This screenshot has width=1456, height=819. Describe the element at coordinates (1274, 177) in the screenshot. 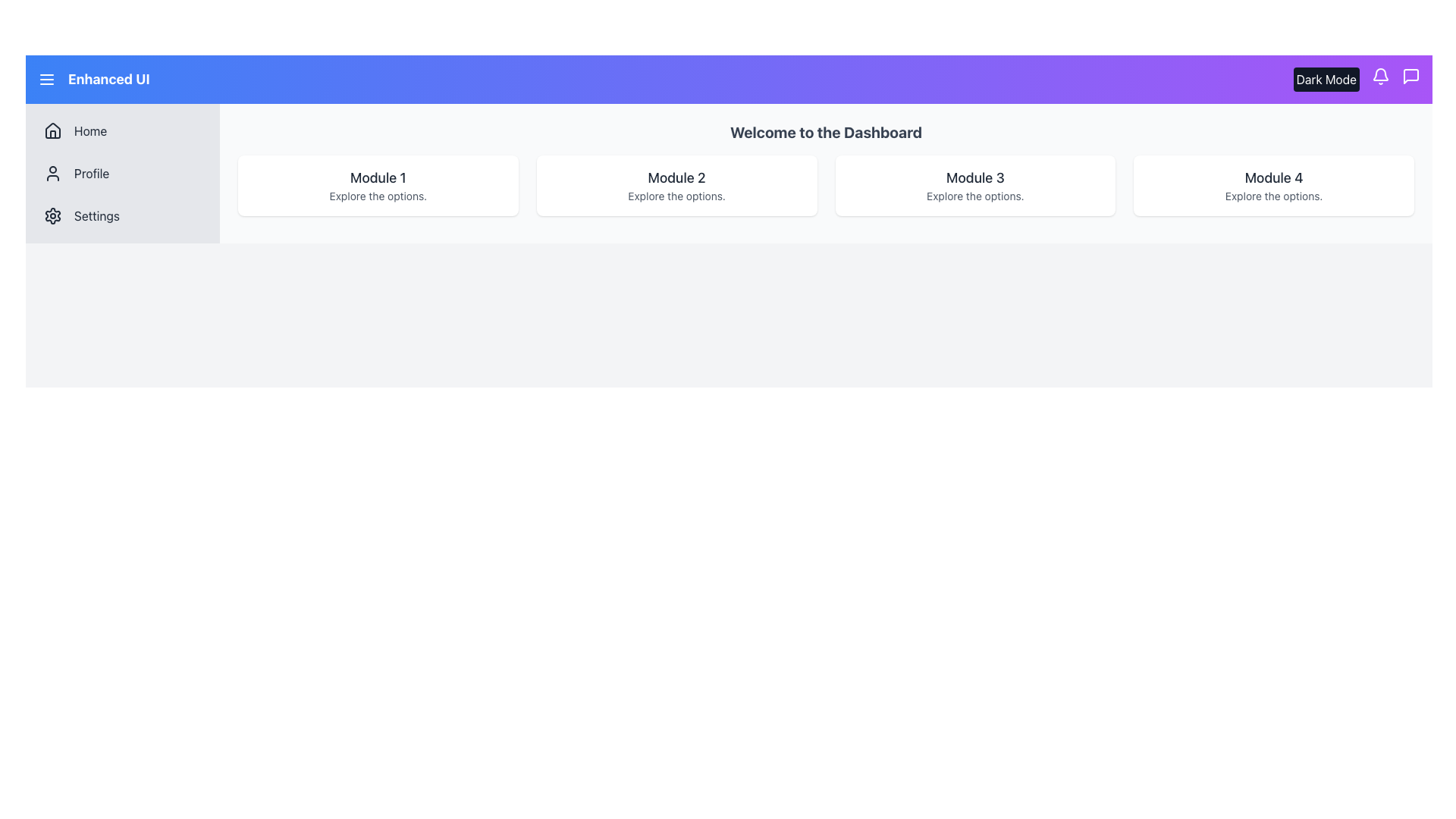

I see `text label at the top-center of the card labelled 'Module 4\nExplore the options.'` at that location.